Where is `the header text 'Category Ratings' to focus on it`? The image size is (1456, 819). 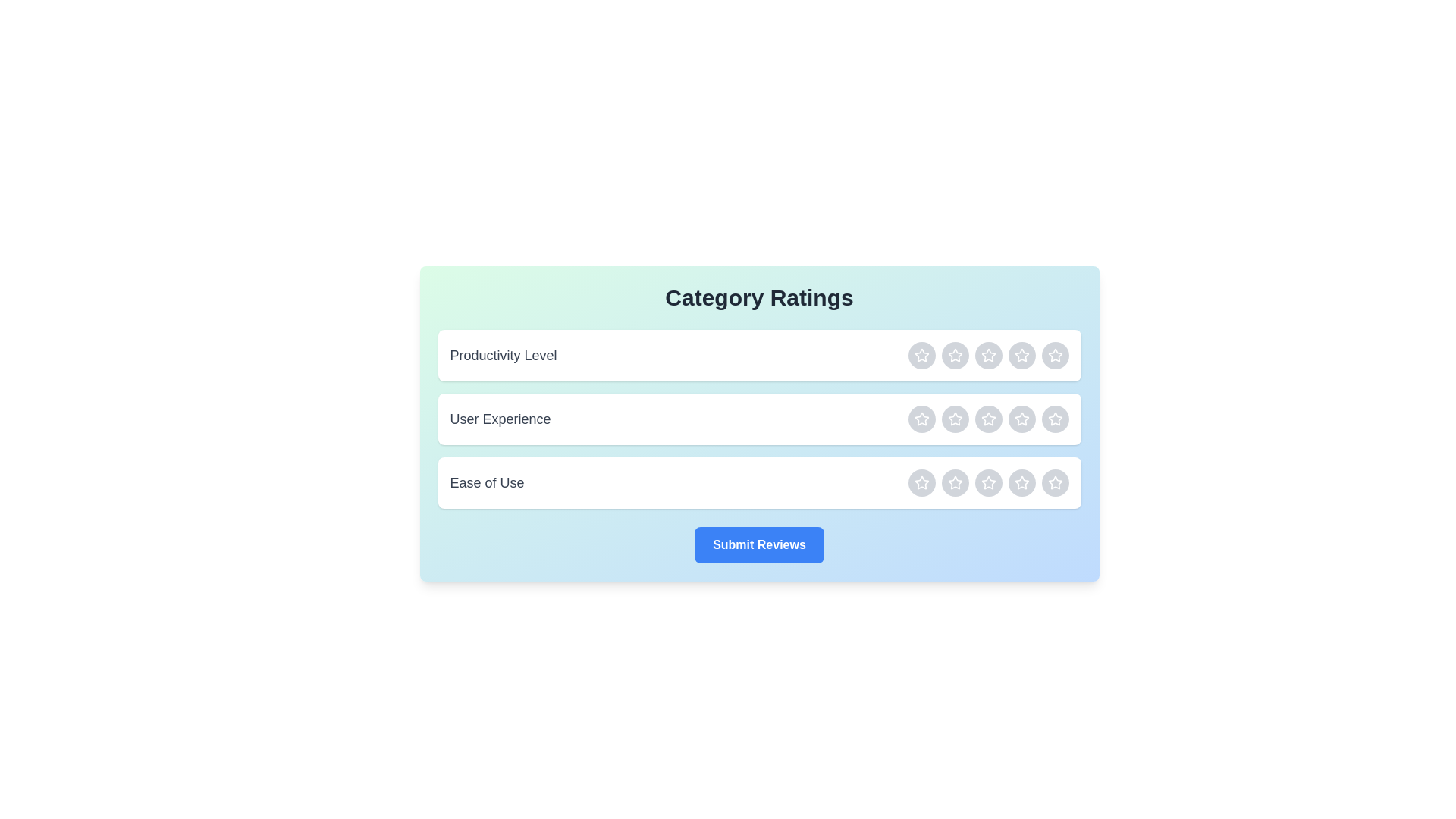
the header text 'Category Ratings' to focus on it is located at coordinates (759, 298).